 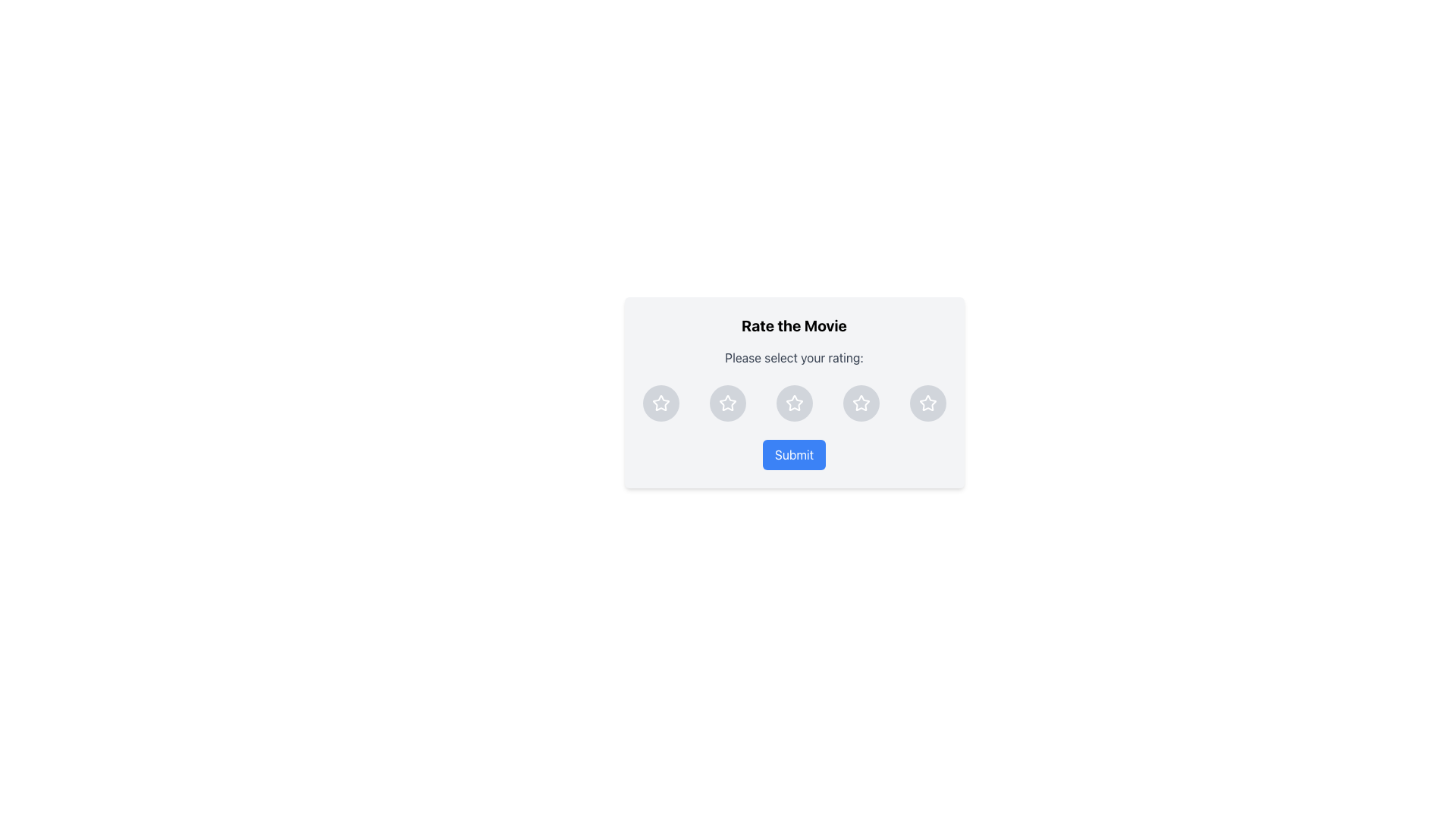 I want to click on the fifth star icon, which is a circular interactive button with a light-gray background and a white star in the center, to rate it 5, so click(x=927, y=403).